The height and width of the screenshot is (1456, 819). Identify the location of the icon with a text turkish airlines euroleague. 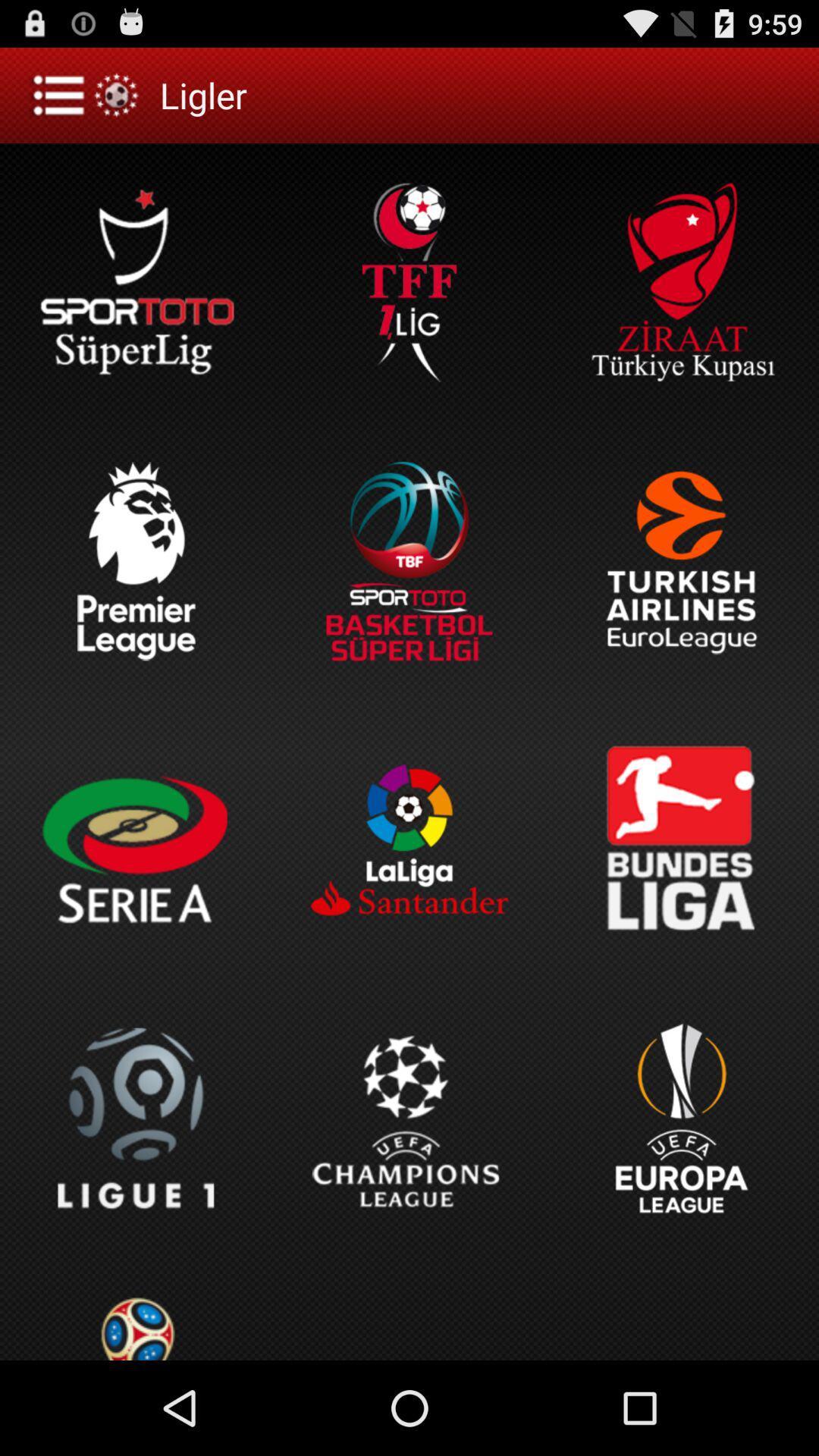
(681, 560).